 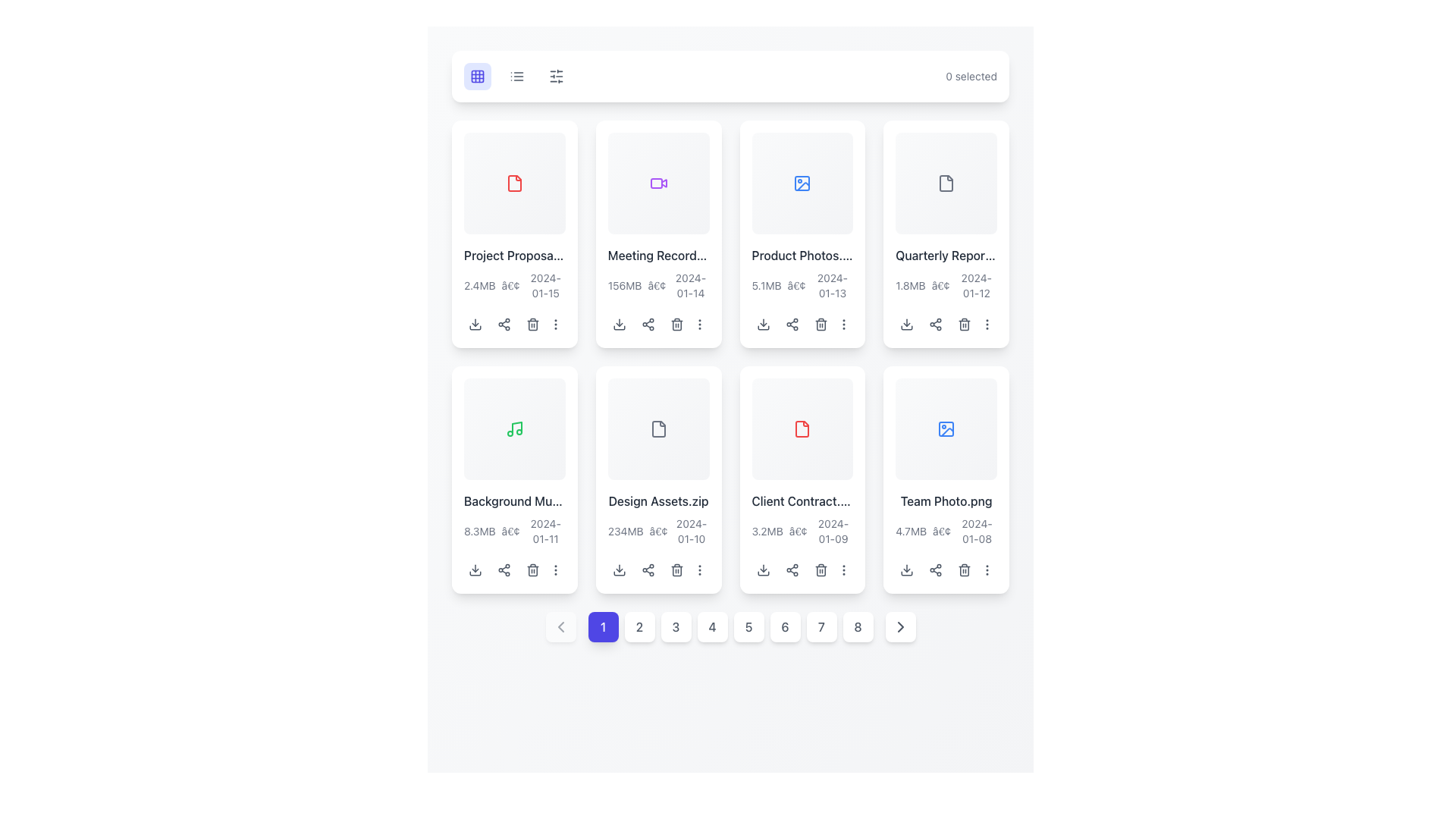 What do you see at coordinates (555, 323) in the screenshot?
I see `the circular button with a light-gray background and three vertically aligned dots located in the top-right corner of the 'Project Proposal...' card` at bounding box center [555, 323].